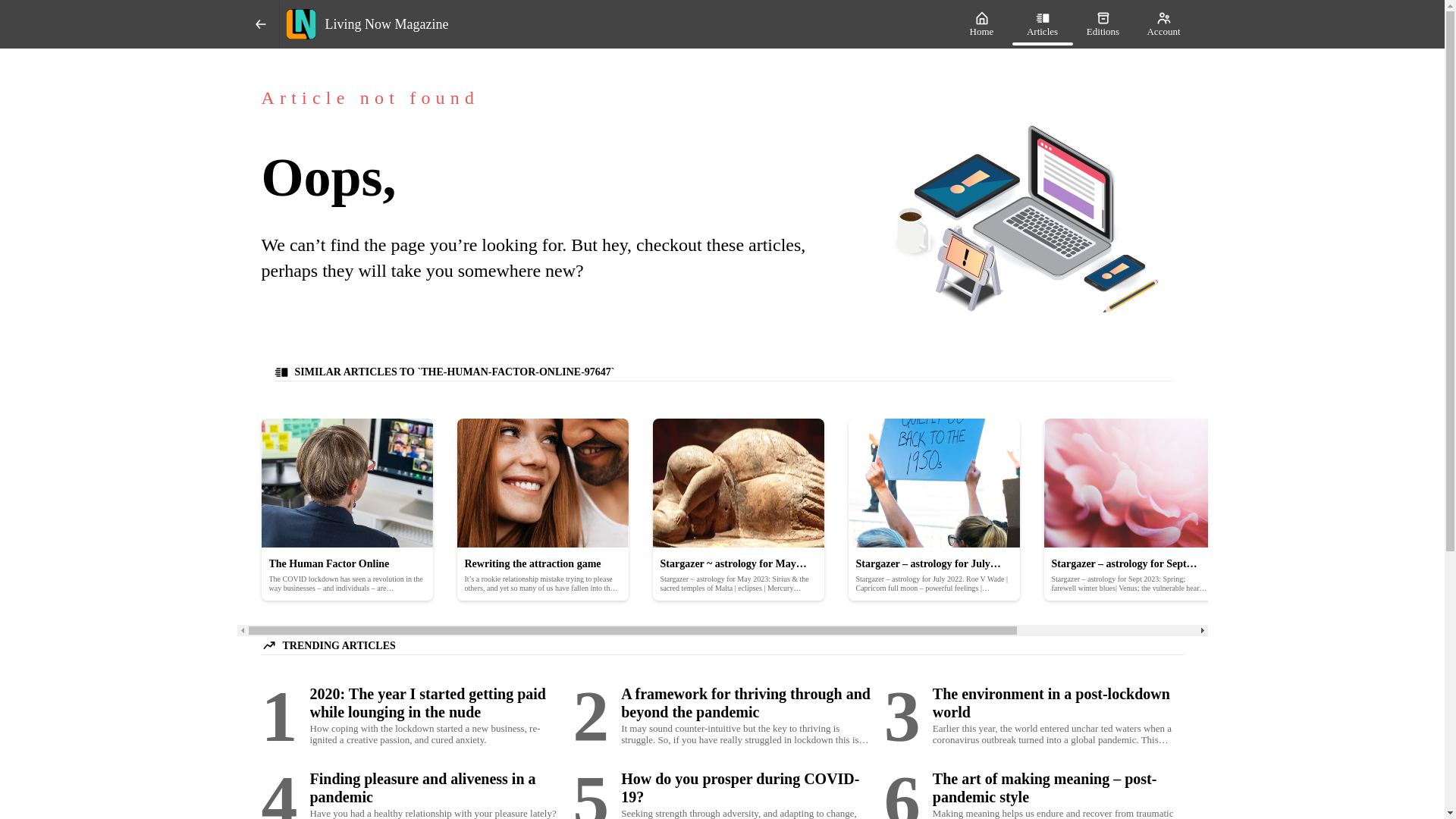 Image resolution: width=1456 pixels, height=819 pixels. What do you see at coordinates (279, 24) in the screenshot?
I see `'Living Now Magazine'` at bounding box center [279, 24].